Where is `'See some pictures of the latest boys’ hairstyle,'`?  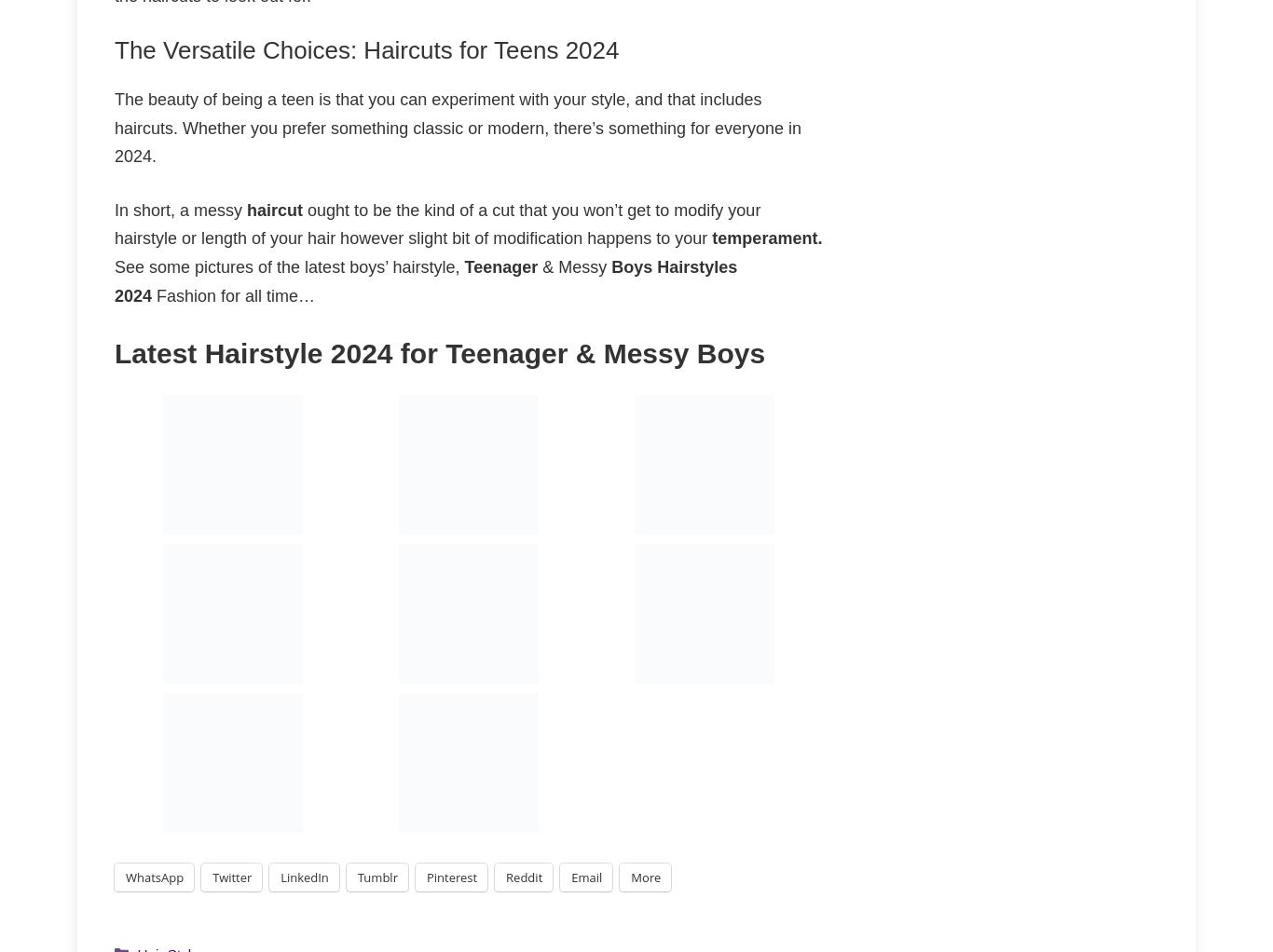 'See some pictures of the latest boys’ hairstyle,' is located at coordinates (289, 266).